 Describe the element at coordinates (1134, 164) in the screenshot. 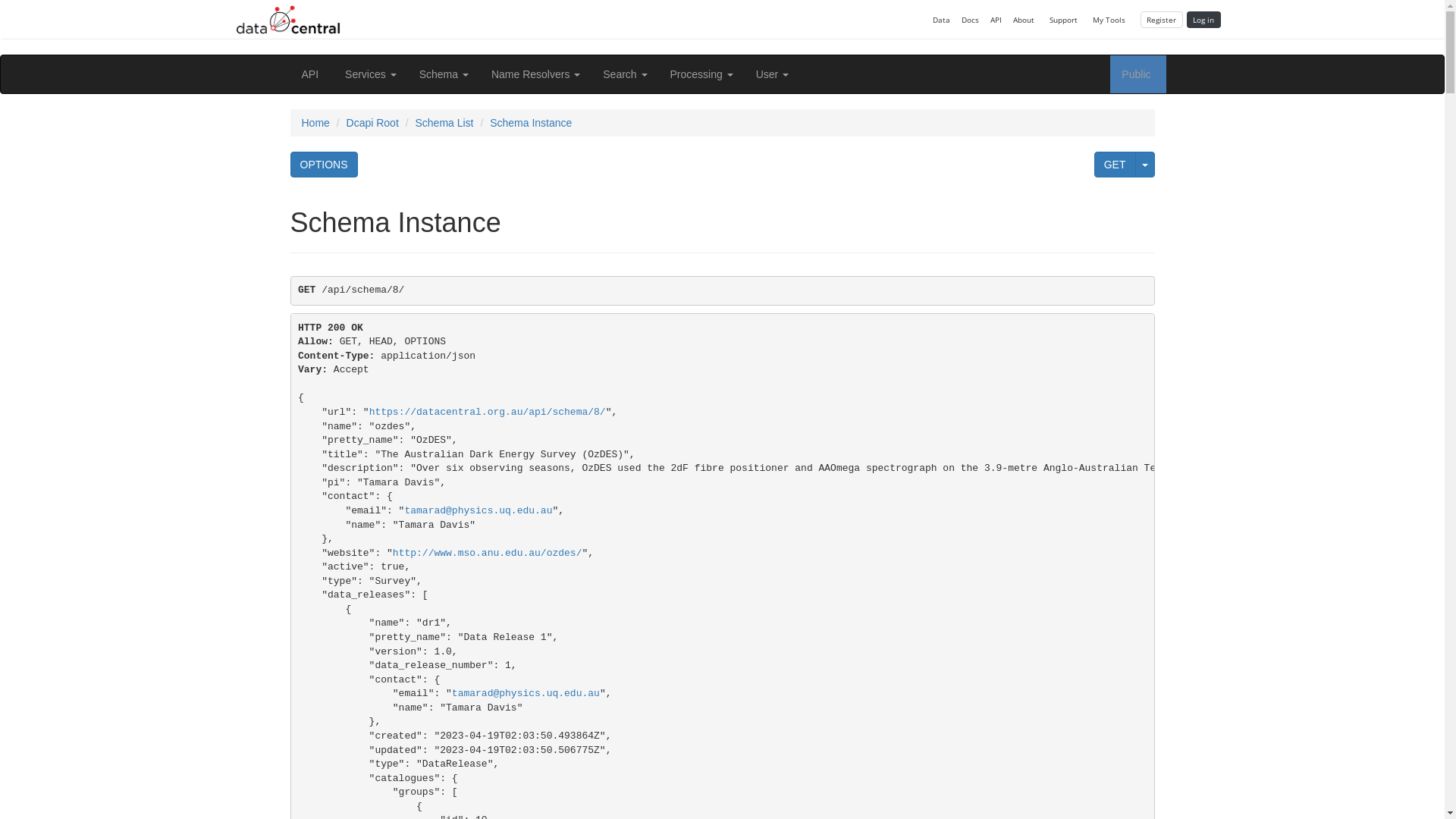

I see `'Specify a format for the GET request'` at that location.